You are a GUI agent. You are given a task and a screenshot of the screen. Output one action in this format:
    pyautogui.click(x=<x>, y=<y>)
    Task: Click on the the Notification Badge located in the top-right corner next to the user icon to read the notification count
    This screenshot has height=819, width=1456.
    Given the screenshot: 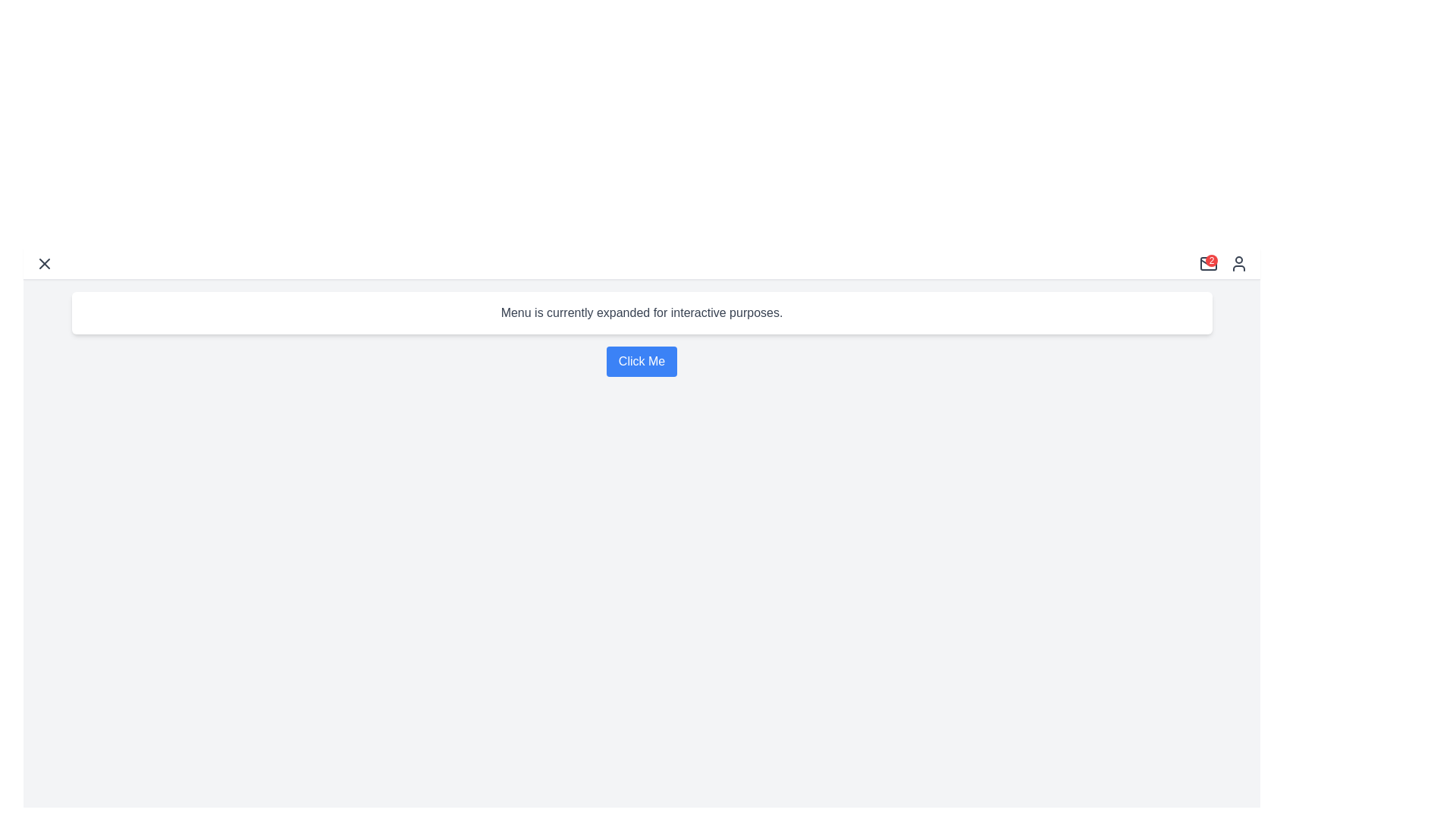 What is the action you would take?
    pyautogui.click(x=1211, y=259)
    